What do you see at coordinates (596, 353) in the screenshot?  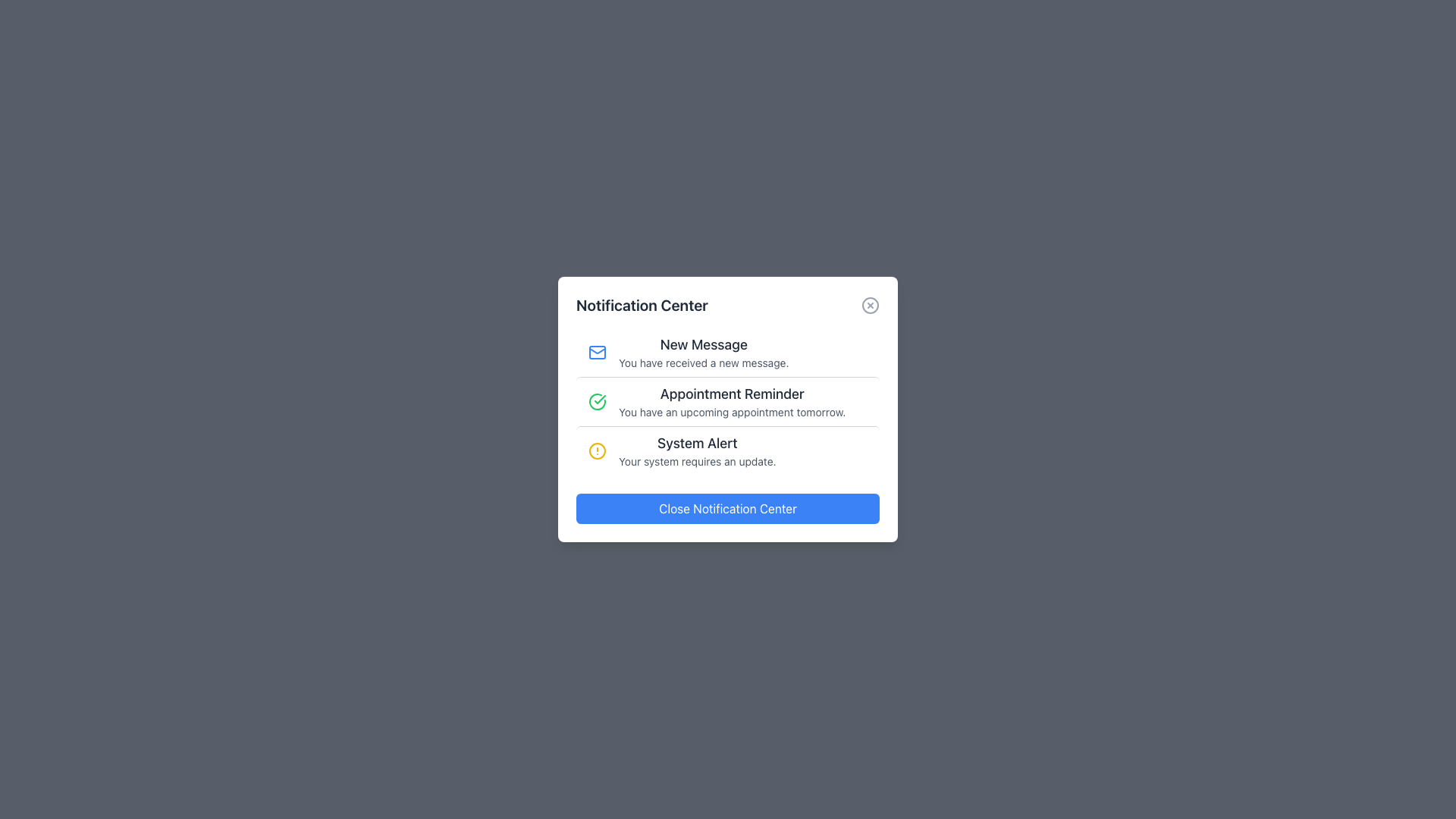 I see `the blue outlined rectangular shape of the envelope icon, which is the primary component to the left of the 'New Message' text in the notification window` at bounding box center [596, 353].